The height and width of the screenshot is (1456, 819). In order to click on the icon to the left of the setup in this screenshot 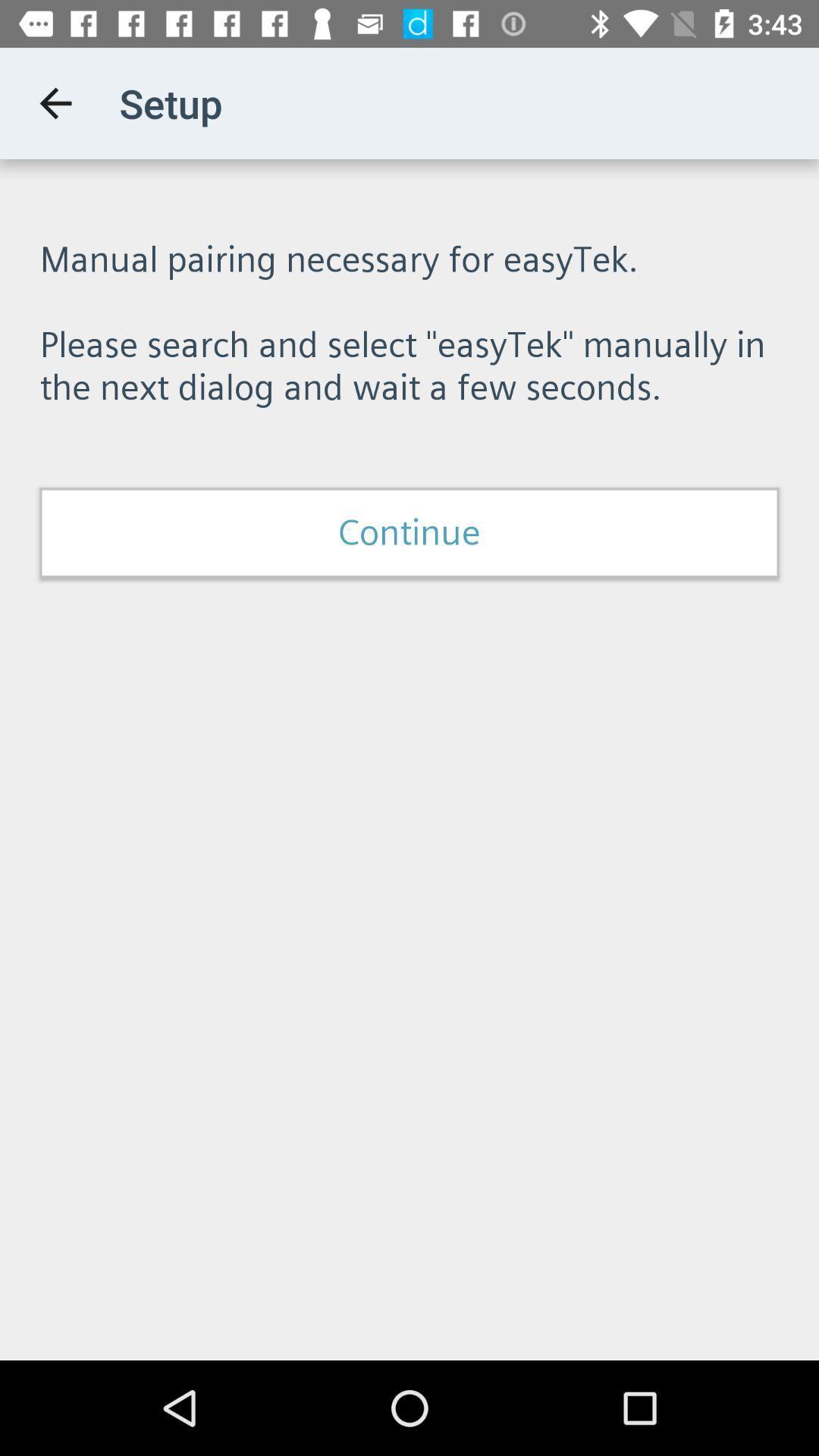, I will do `click(55, 102)`.